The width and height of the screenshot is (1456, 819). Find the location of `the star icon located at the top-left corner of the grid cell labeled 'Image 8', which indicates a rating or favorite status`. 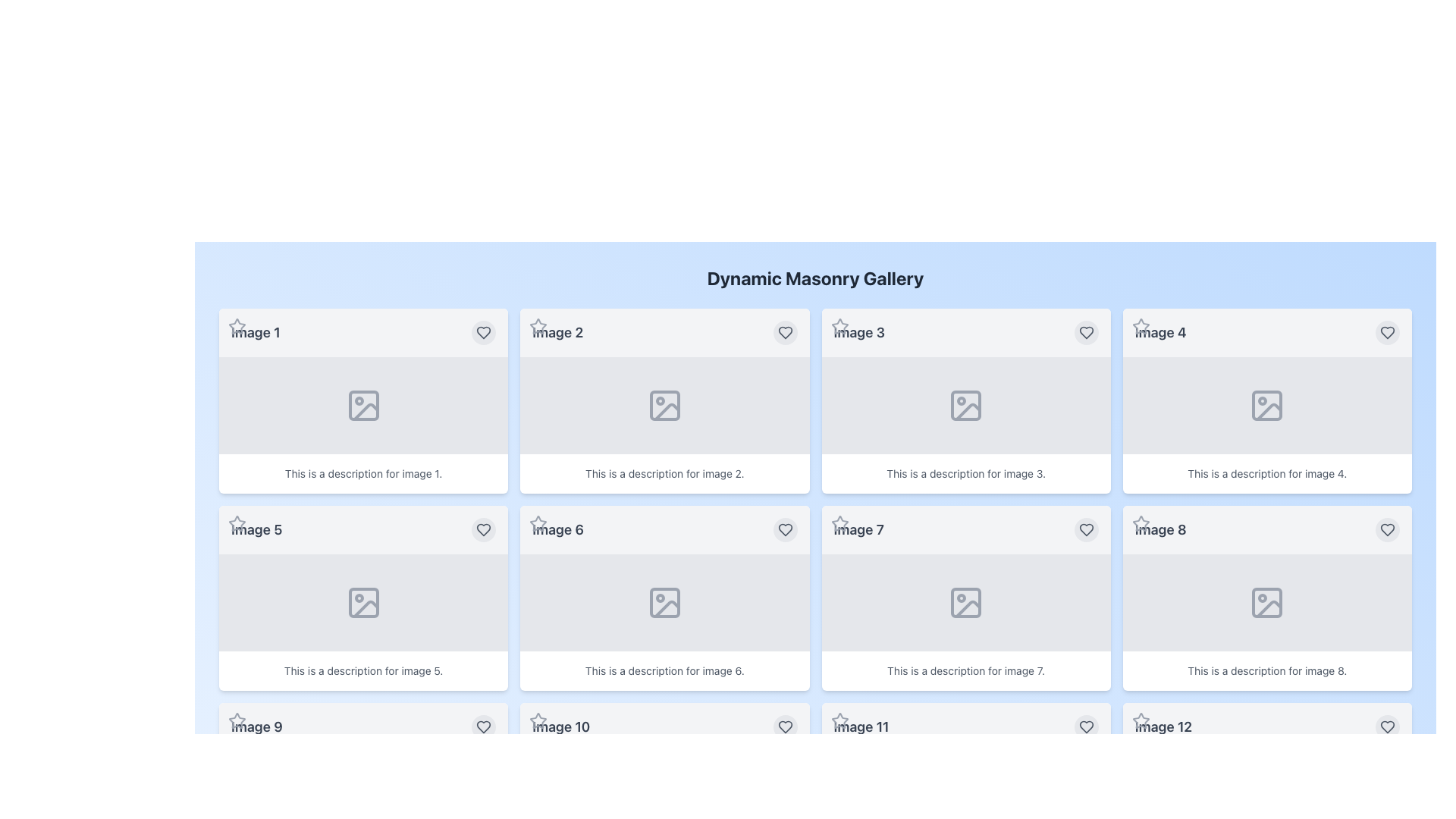

the star icon located at the top-left corner of the grid cell labeled 'Image 8', which indicates a rating or favorite status is located at coordinates (1141, 522).